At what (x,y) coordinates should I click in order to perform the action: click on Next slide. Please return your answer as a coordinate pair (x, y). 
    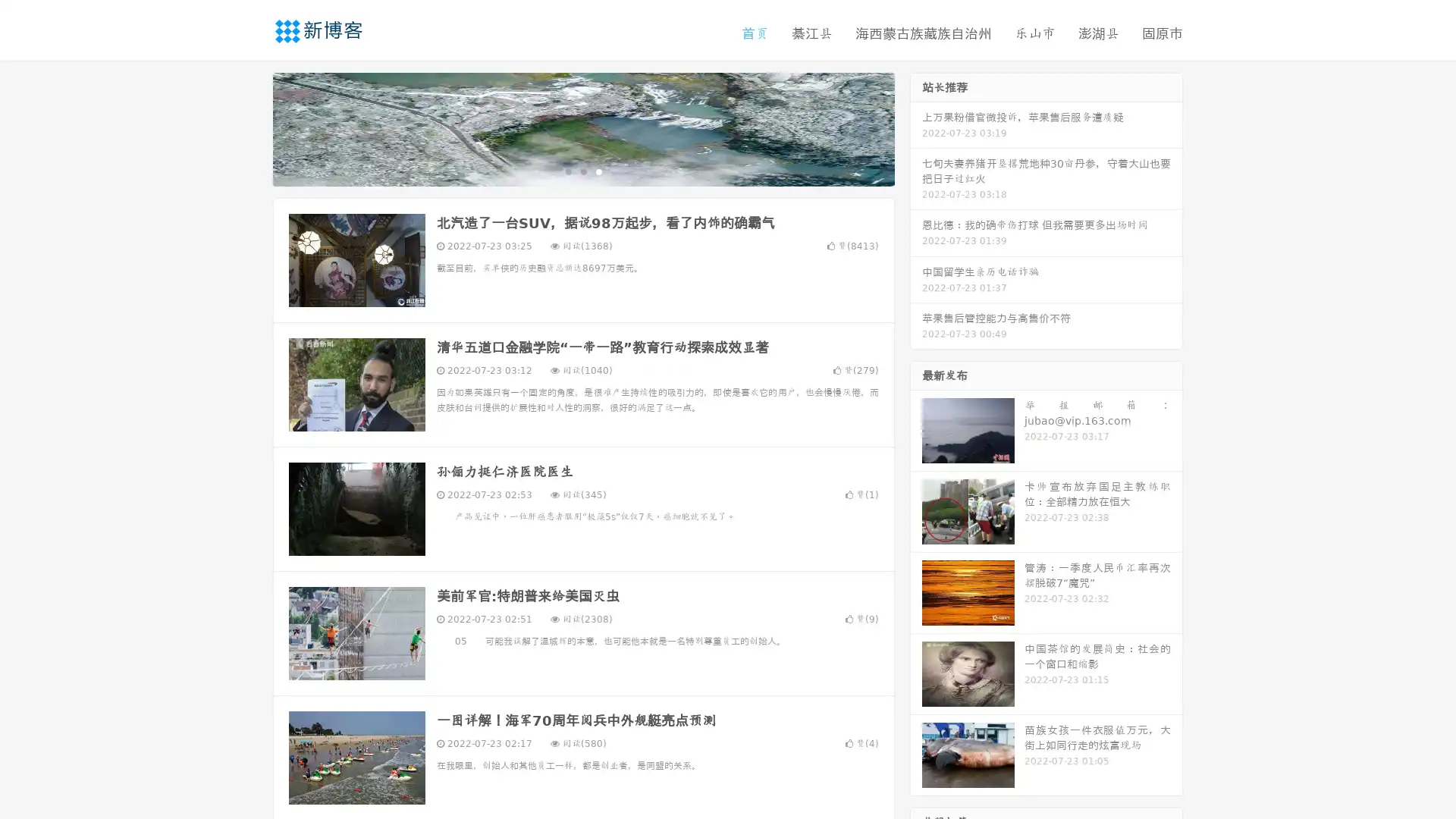
    Looking at the image, I should click on (916, 127).